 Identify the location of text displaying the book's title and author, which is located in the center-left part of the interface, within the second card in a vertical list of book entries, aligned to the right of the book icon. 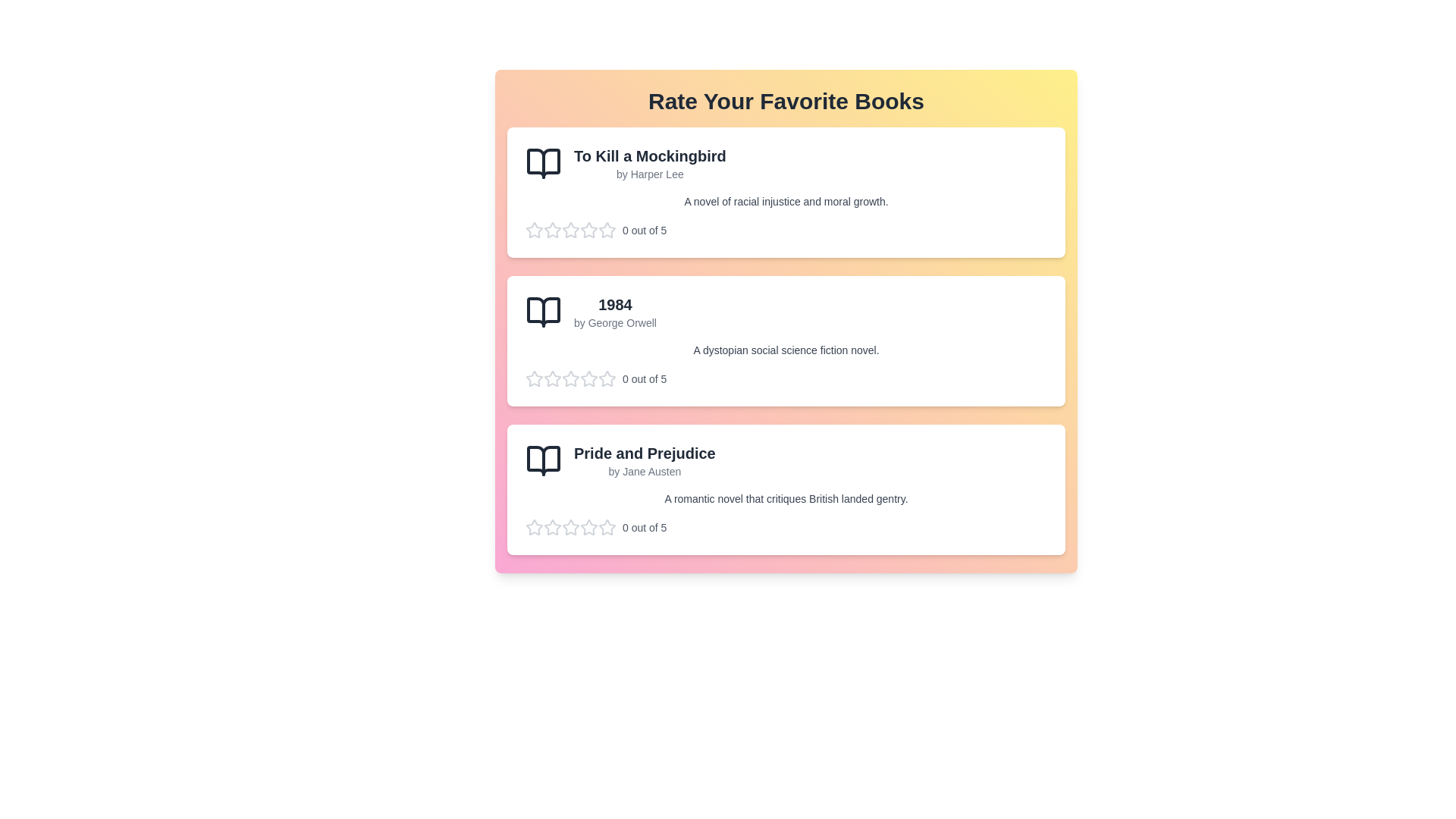
(615, 312).